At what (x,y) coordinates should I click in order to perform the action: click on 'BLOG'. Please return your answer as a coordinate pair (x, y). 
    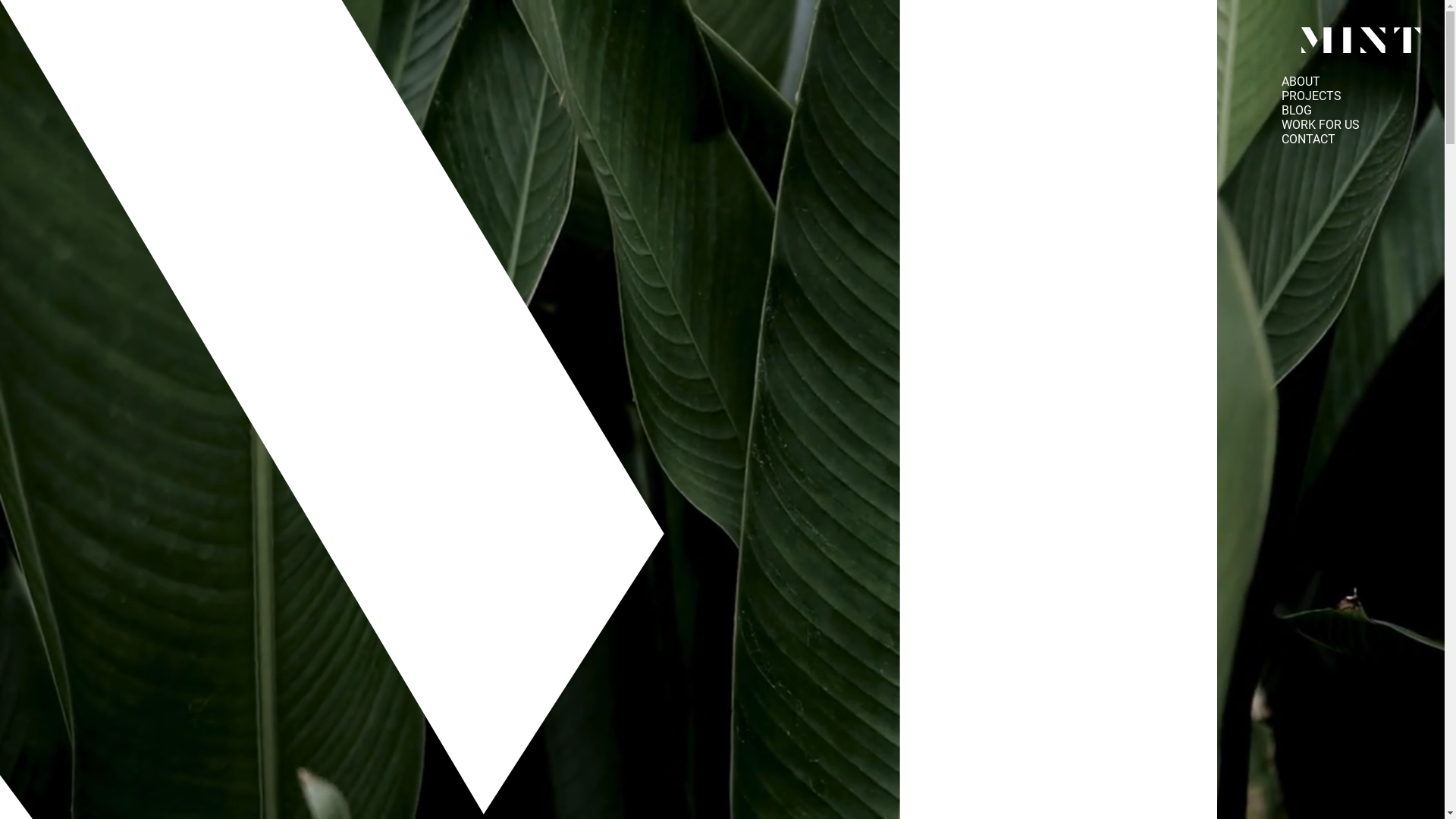
    Looking at the image, I should click on (1295, 109).